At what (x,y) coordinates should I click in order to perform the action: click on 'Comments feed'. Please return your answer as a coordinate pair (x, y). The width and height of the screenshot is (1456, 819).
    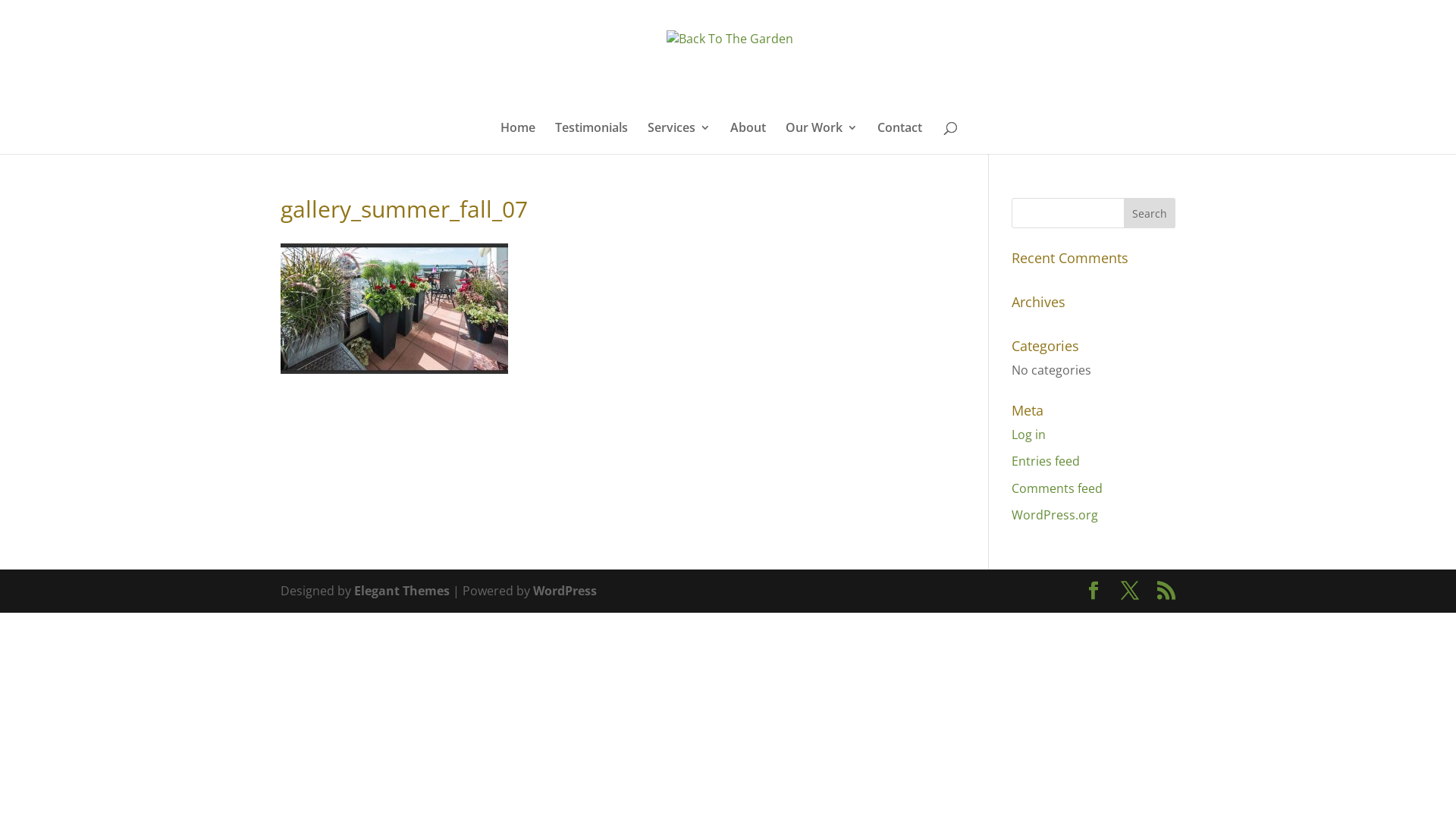
    Looking at the image, I should click on (1056, 488).